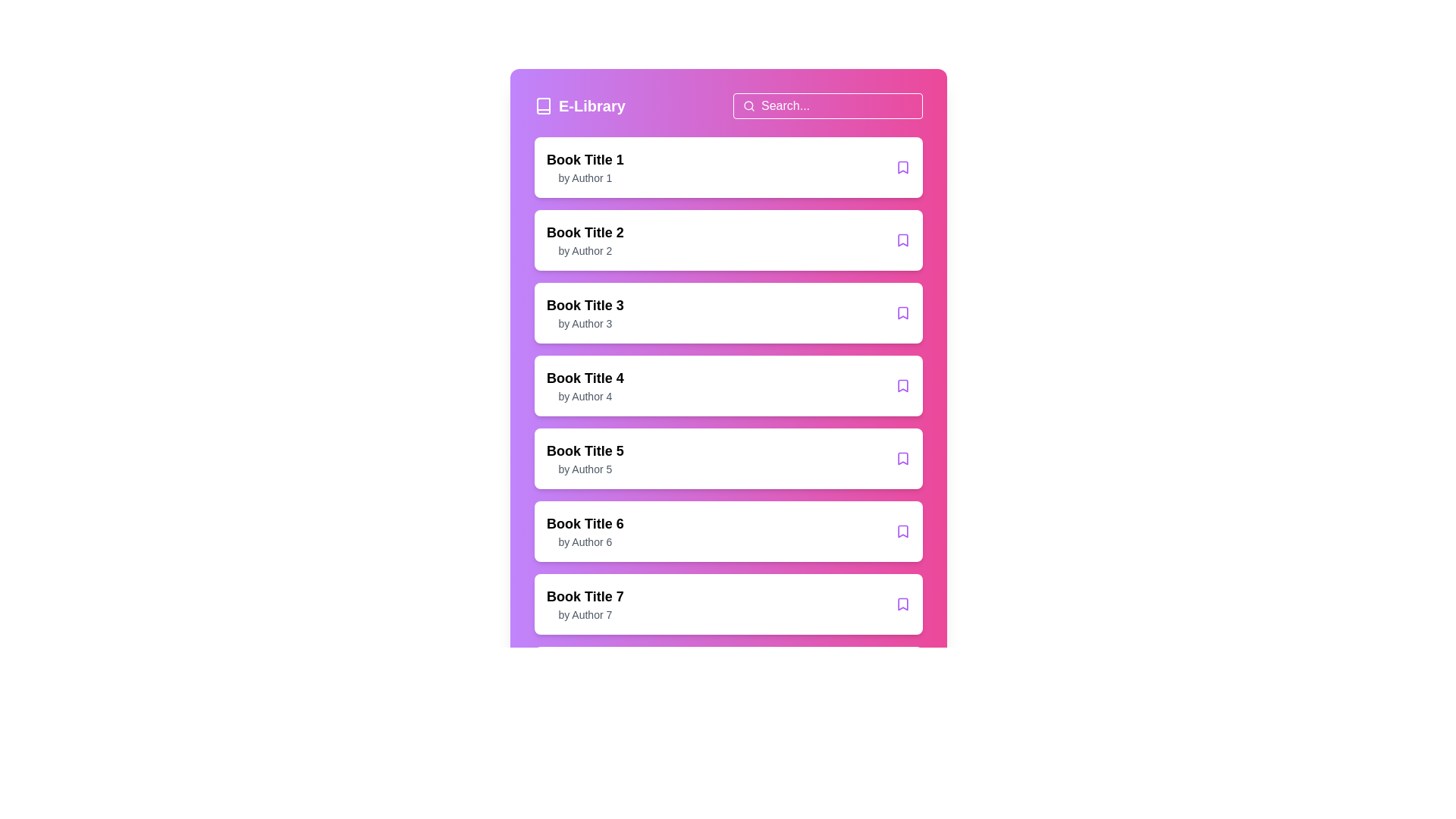  I want to click on the card representing a book in the list interface, so click(728, 458).